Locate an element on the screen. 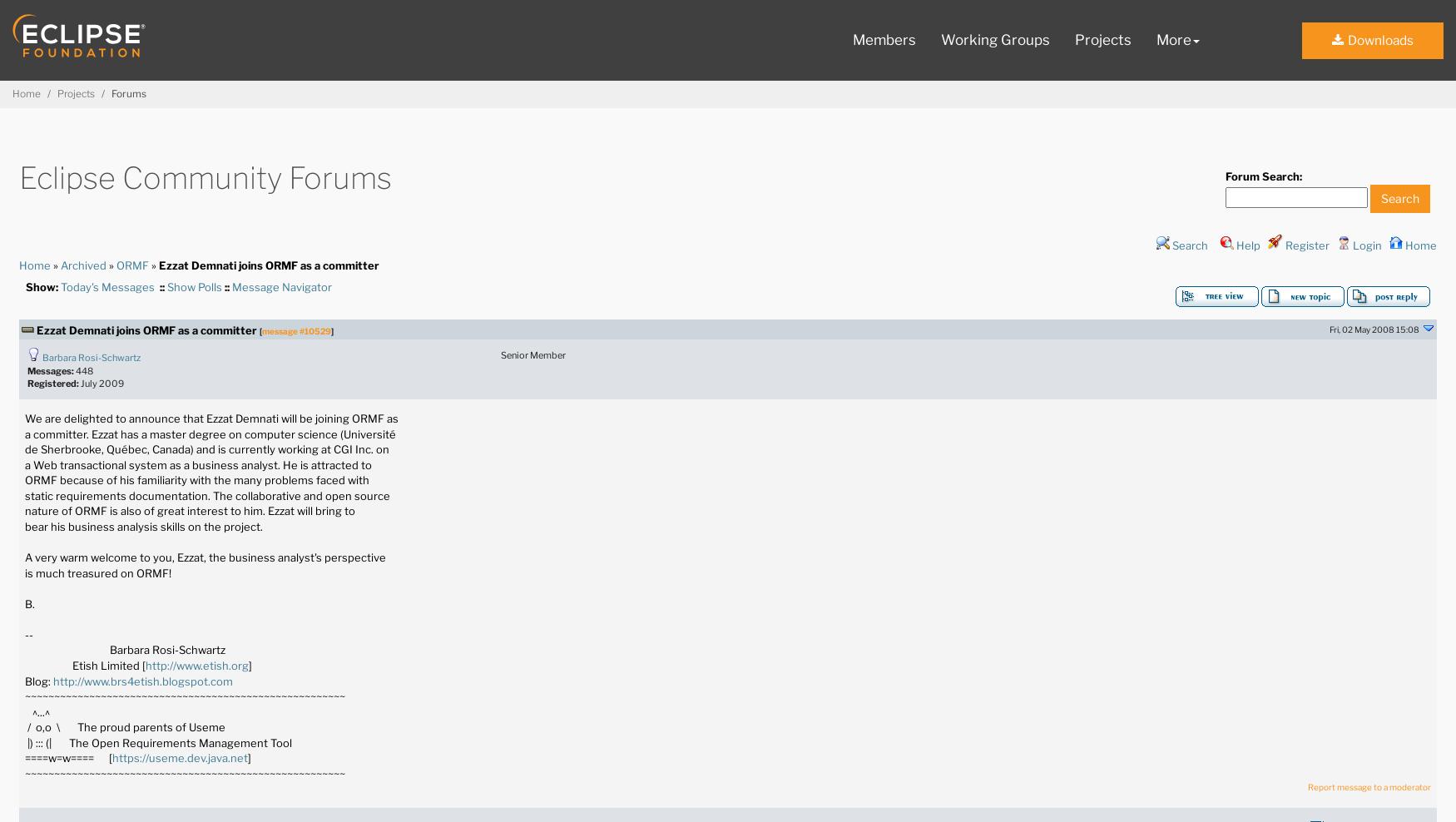  'is much treasured on ORMF!' is located at coordinates (23, 572).